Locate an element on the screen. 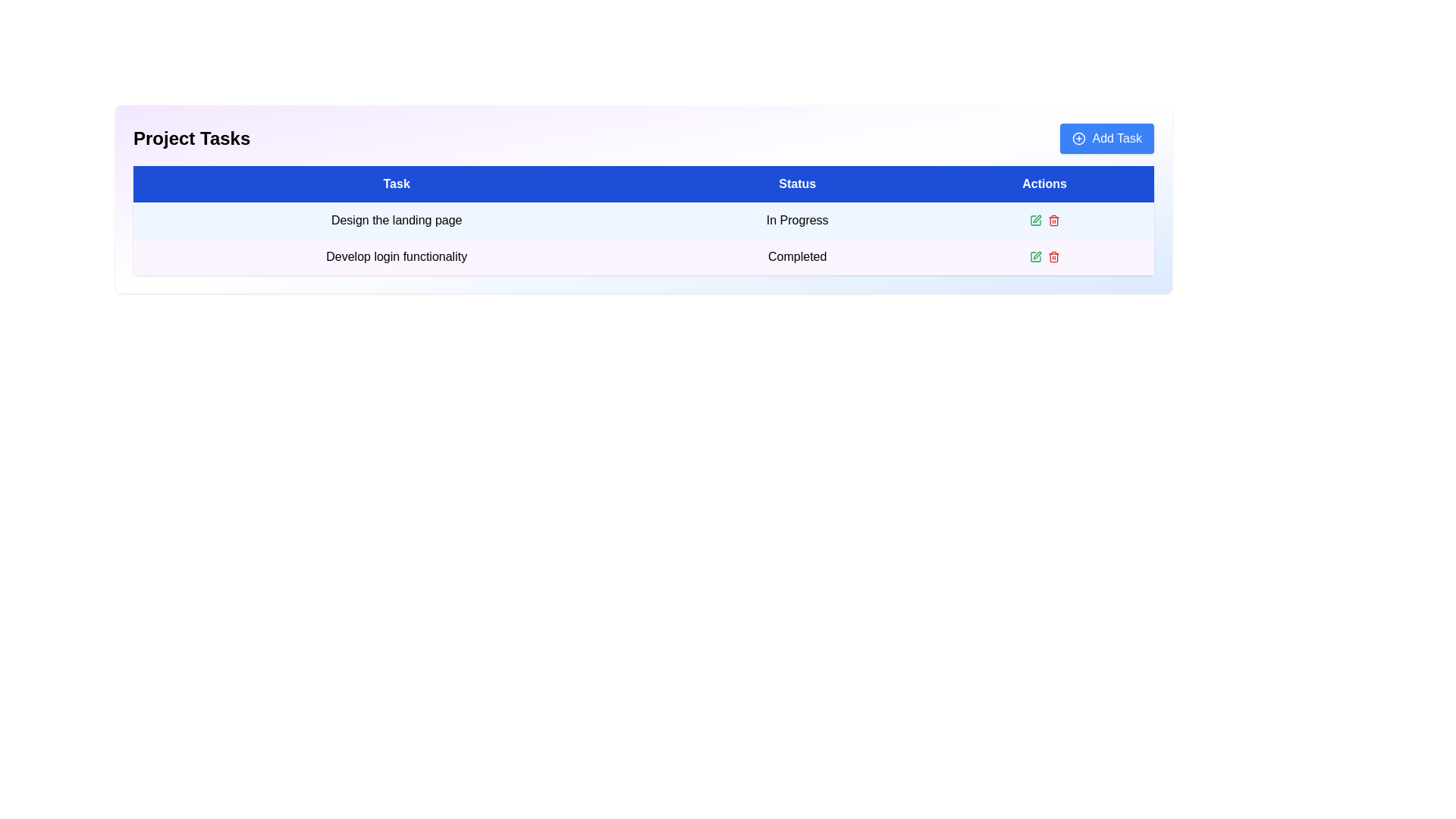  the text label displaying 'Design the landing page', which is the first cell in the first row under the 'Task' column of the 'Project Tasks' table is located at coordinates (397, 220).